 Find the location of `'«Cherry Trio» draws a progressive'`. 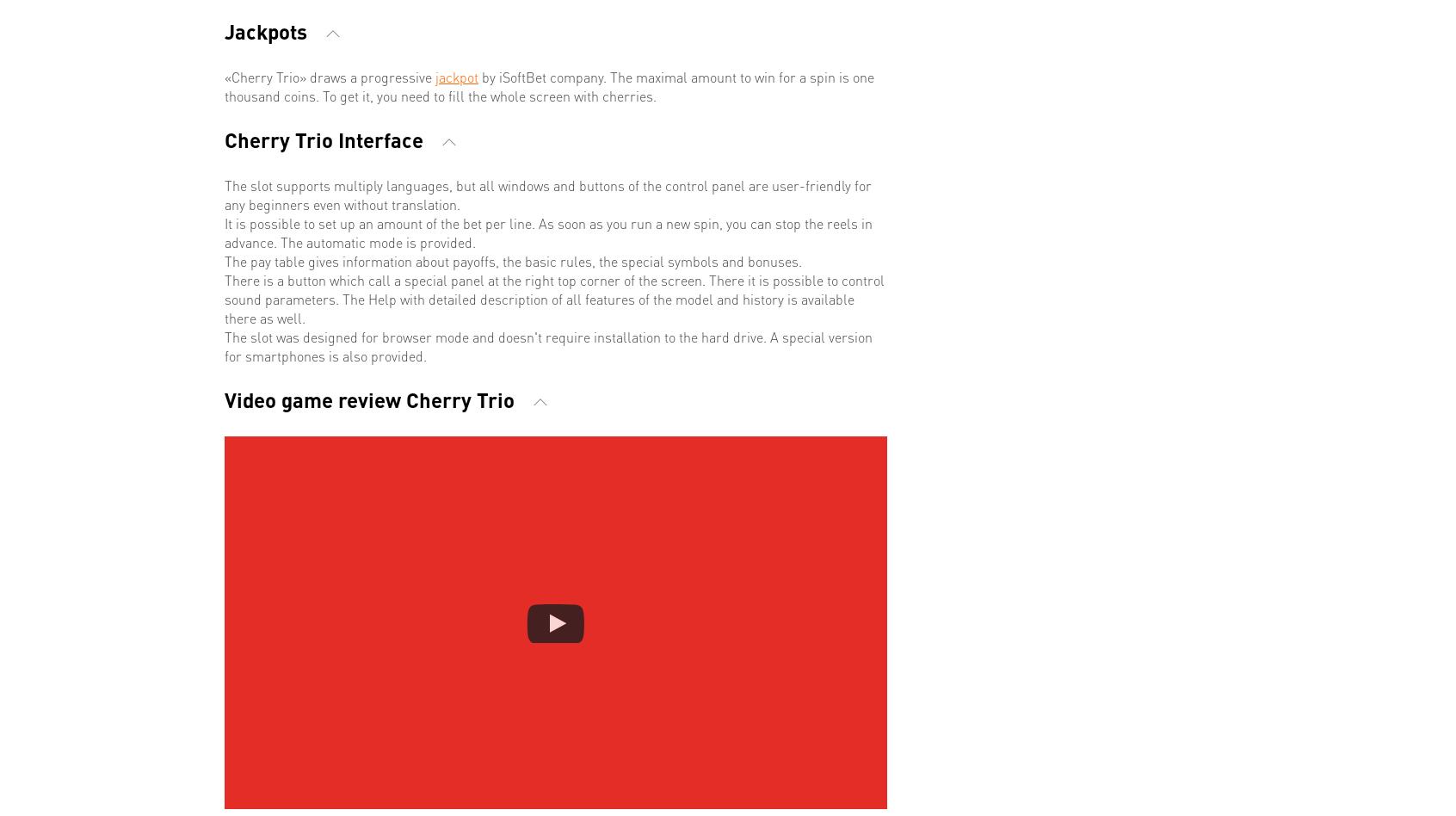

'«Cherry Trio» draws a progressive' is located at coordinates (330, 76).